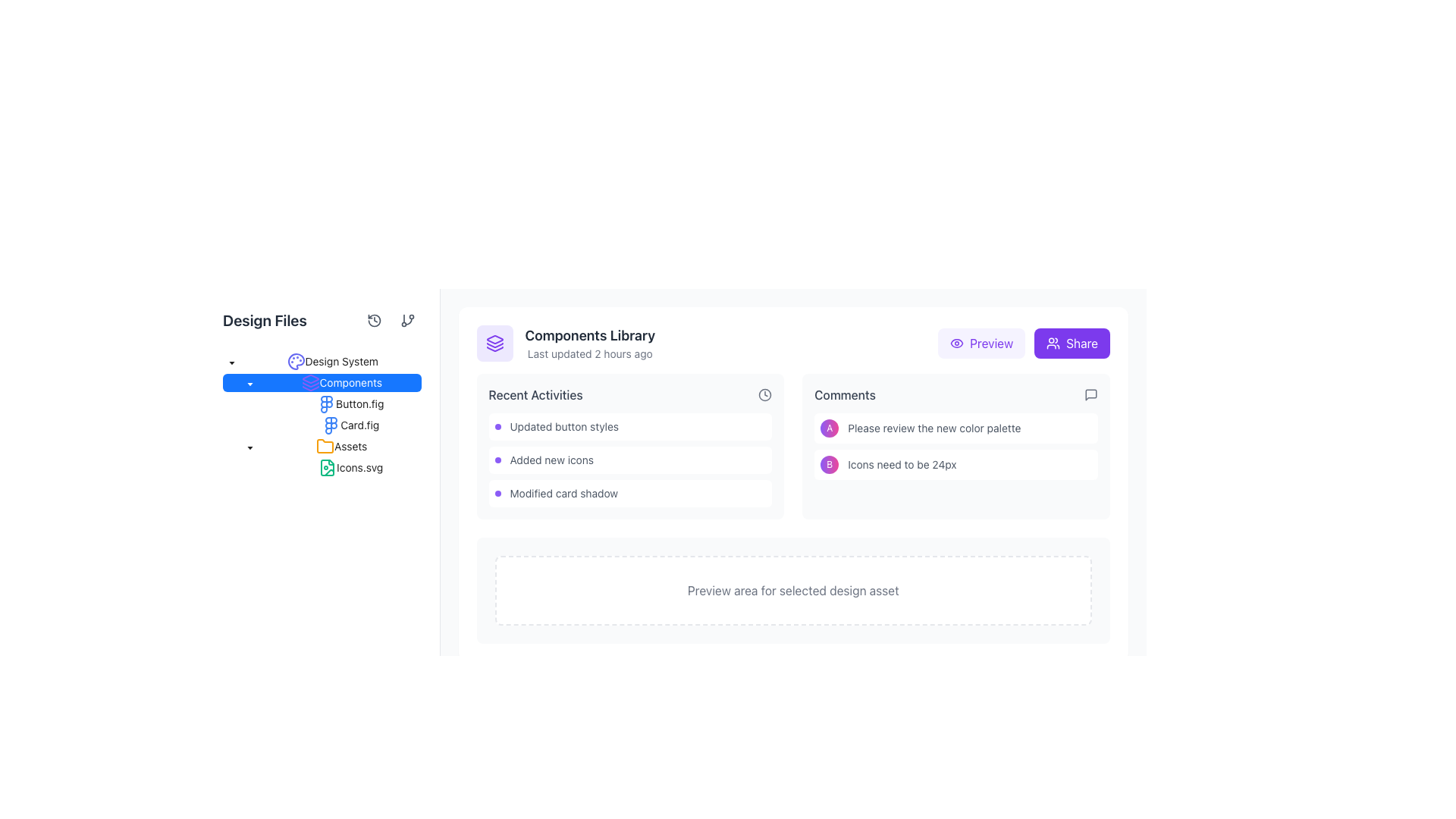  I want to click on the Comment entry row featuring a gradient circle with the letter 'A' and the text 'Please review the new color palette', so click(955, 428).